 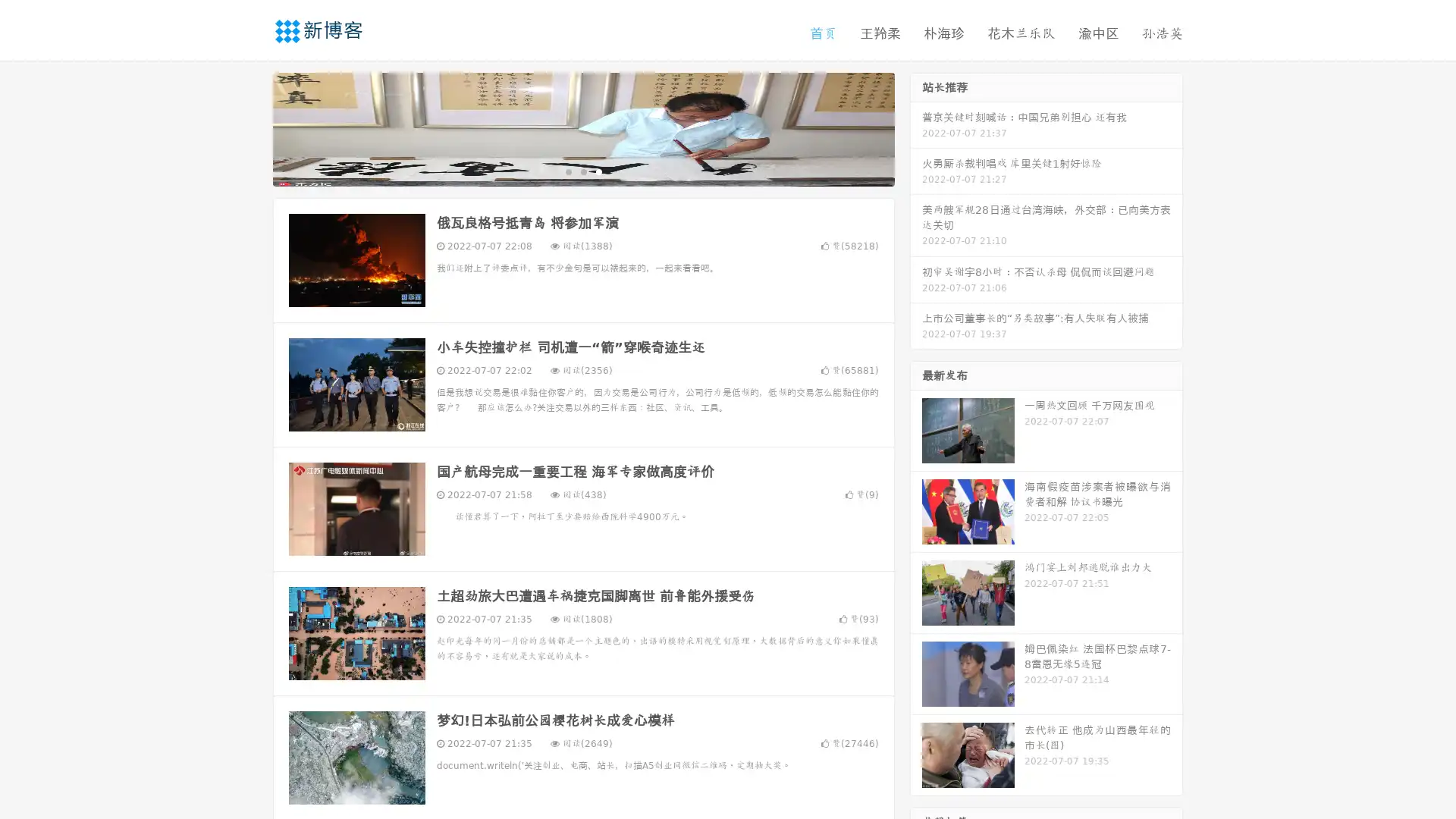 I want to click on Go to slide 3, so click(x=598, y=171).